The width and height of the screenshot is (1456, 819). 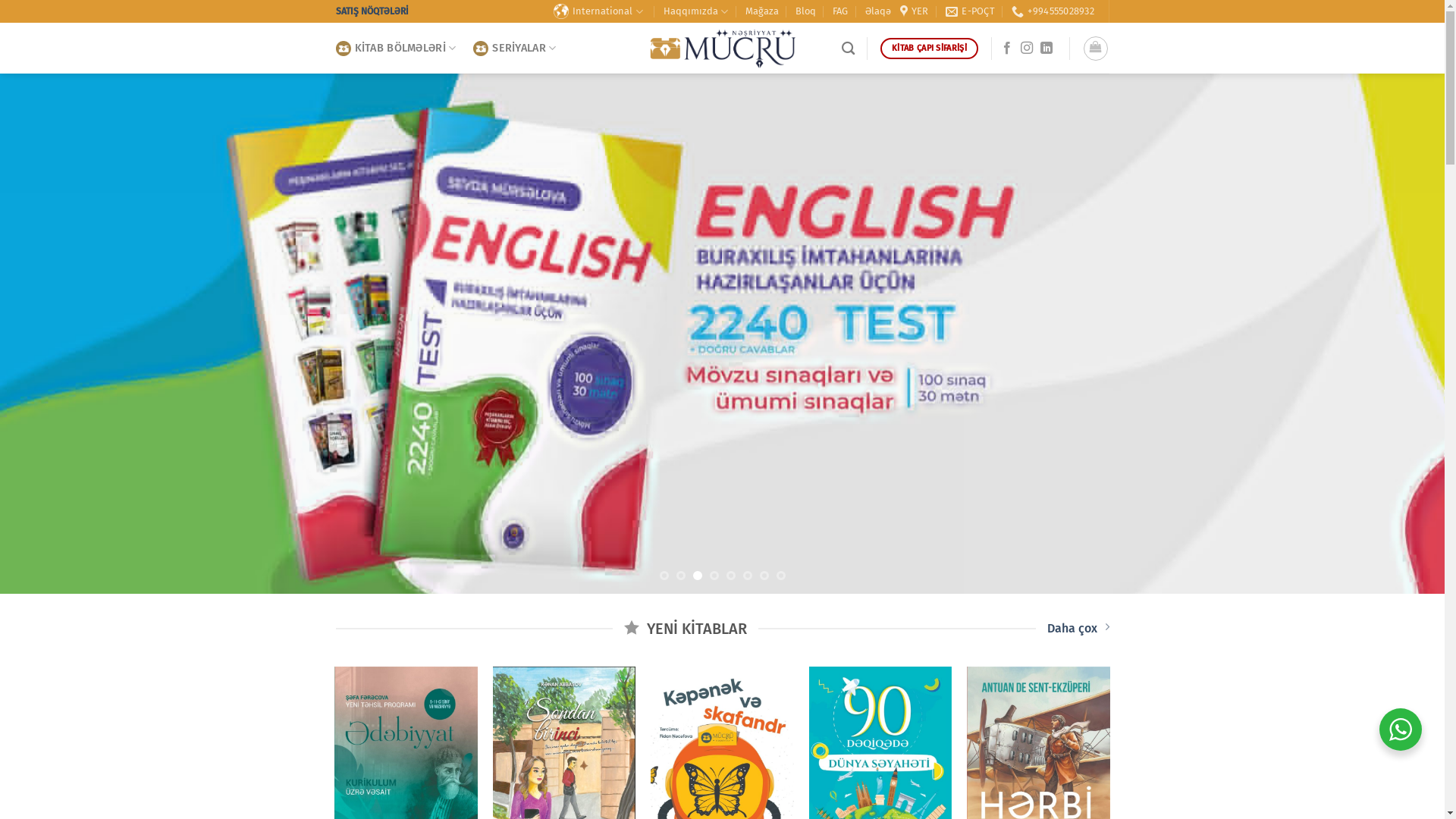 What do you see at coordinates (1052, 11) in the screenshot?
I see `'+994555028932'` at bounding box center [1052, 11].